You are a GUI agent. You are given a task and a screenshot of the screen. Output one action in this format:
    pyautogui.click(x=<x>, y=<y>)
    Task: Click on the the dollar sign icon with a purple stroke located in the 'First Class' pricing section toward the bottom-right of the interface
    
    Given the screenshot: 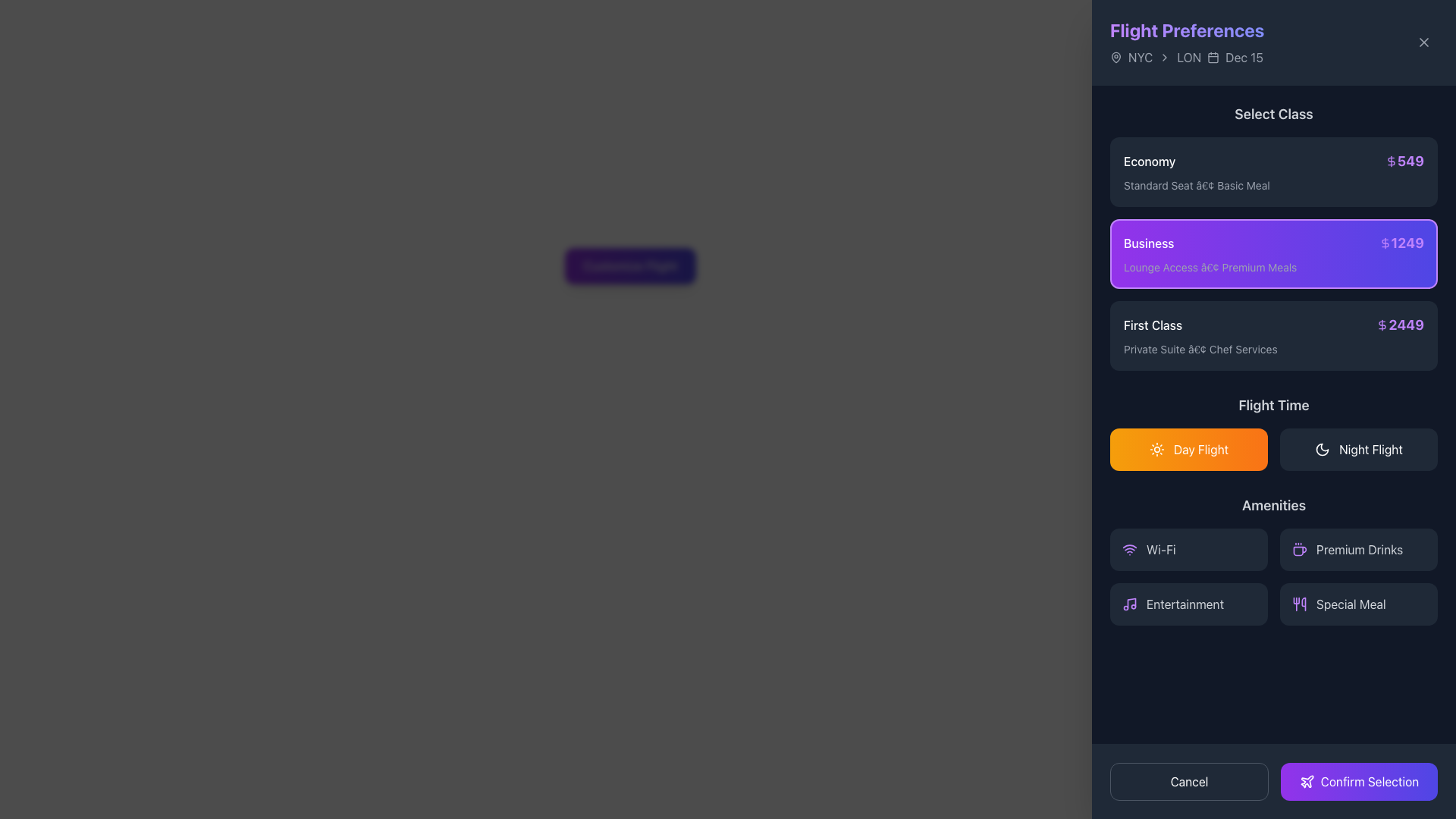 What is the action you would take?
    pyautogui.click(x=1382, y=324)
    